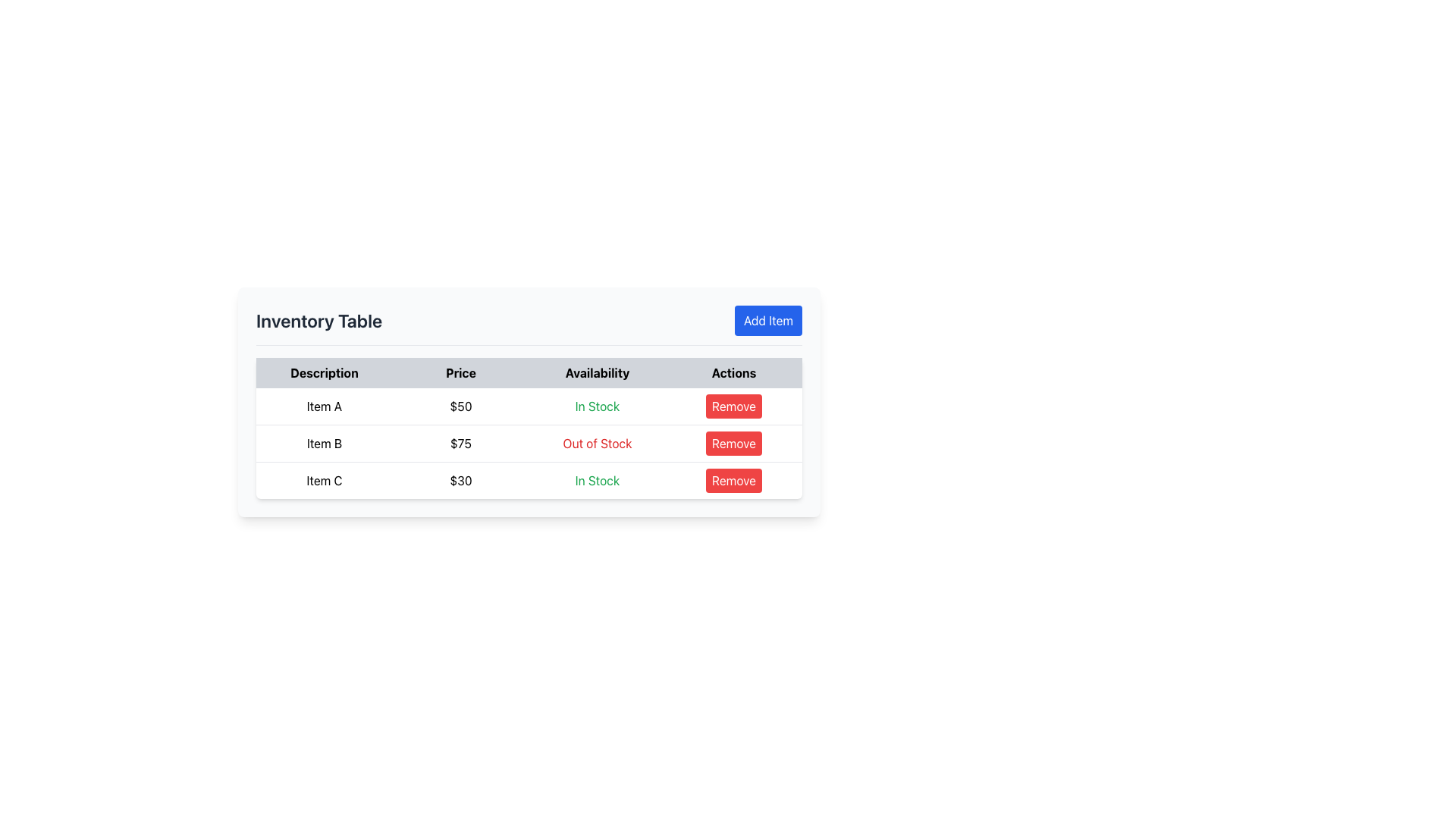 This screenshot has width=1456, height=819. Describe the element at coordinates (596, 444) in the screenshot. I see `the availability status text label indicating that 'Item B' is unavailable for purchase, located between the price '$75' and the 'Remove' button` at that location.